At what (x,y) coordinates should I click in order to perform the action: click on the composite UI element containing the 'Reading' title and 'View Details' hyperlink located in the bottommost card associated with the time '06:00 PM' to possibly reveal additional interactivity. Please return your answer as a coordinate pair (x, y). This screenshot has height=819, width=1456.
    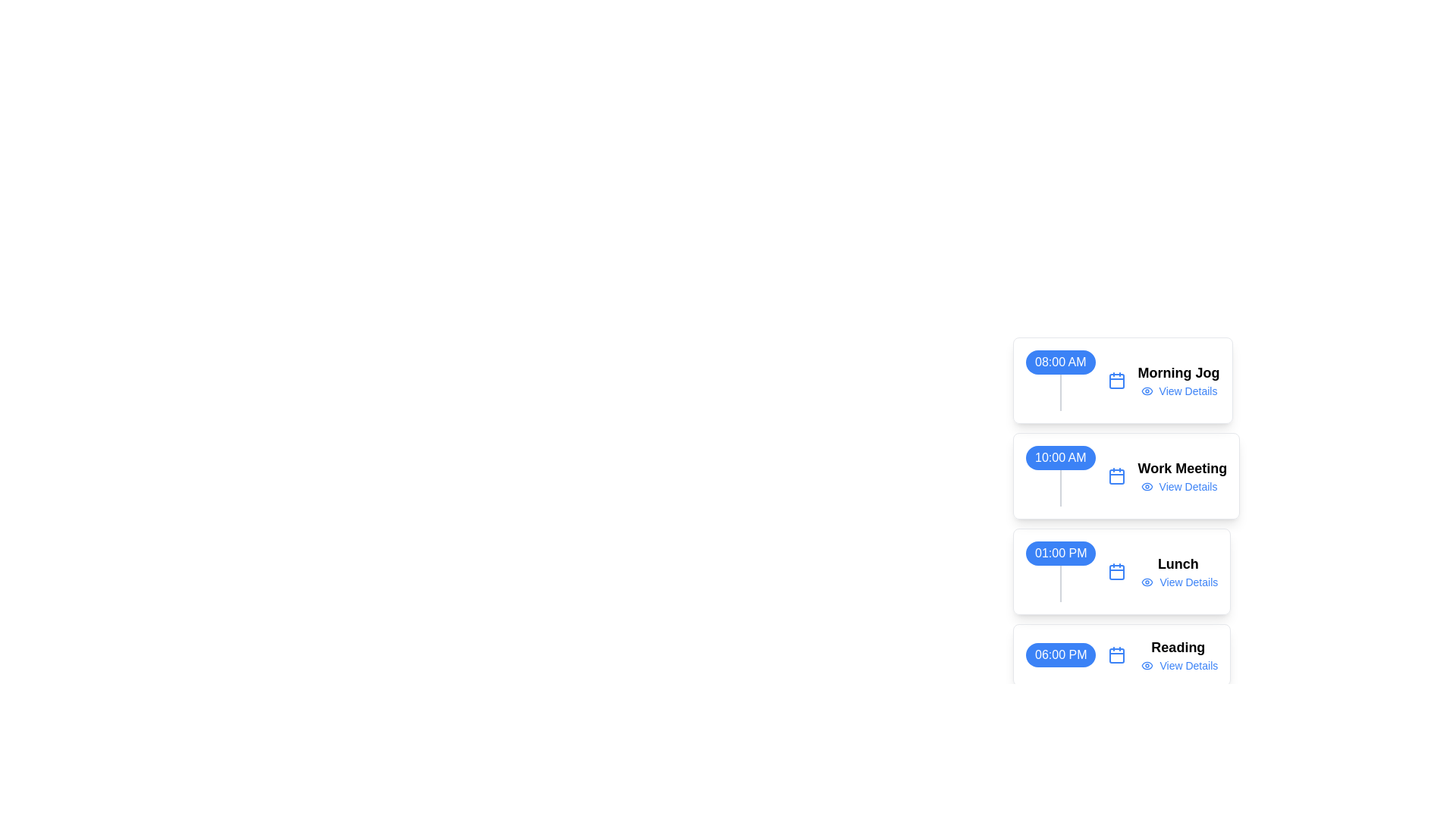
    Looking at the image, I should click on (1177, 654).